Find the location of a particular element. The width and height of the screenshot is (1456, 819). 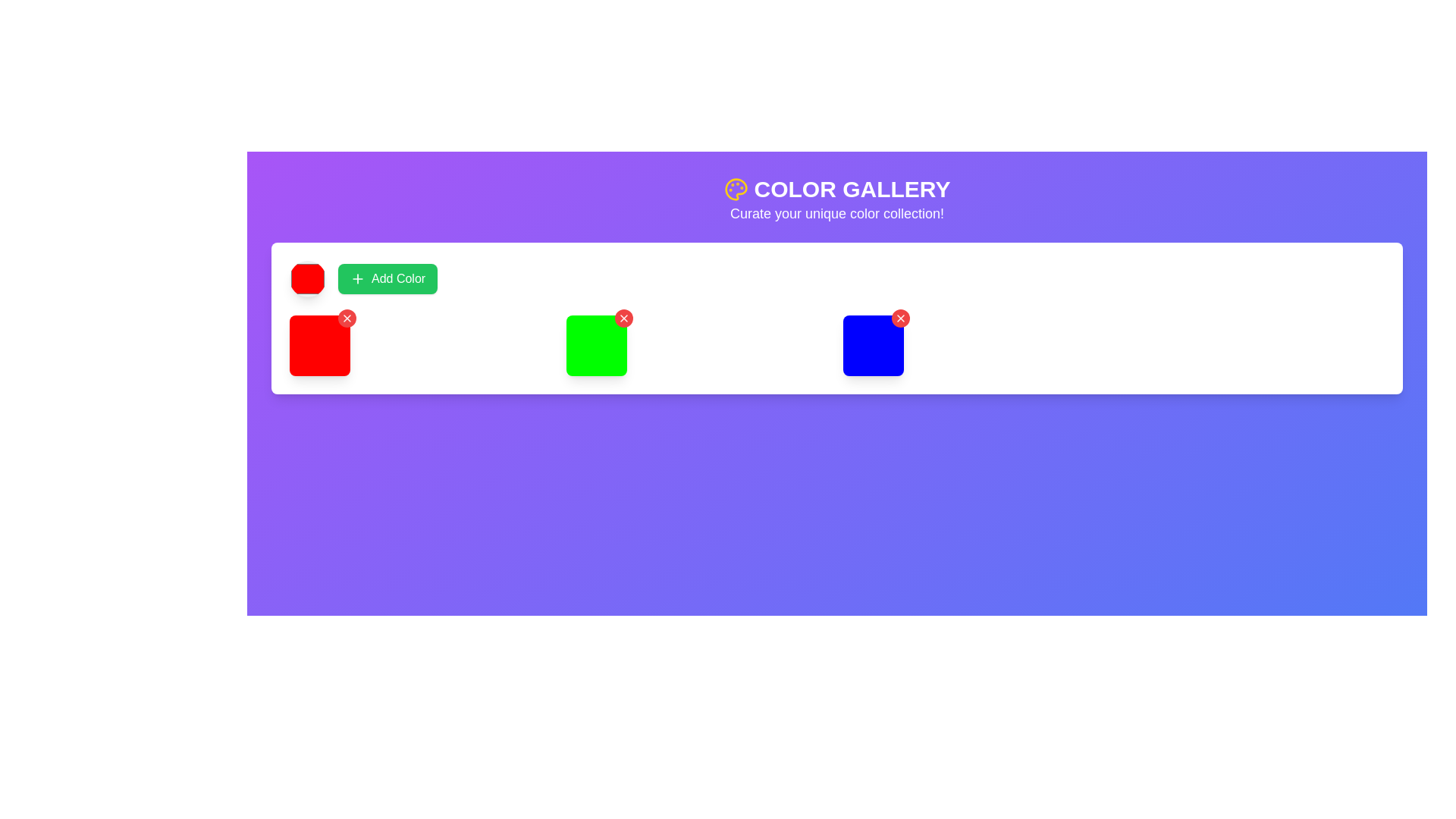

the vivid blue Card element with rounded corners that is positioned as the third card in a horizontally-aligned grid is located at coordinates (874, 345).